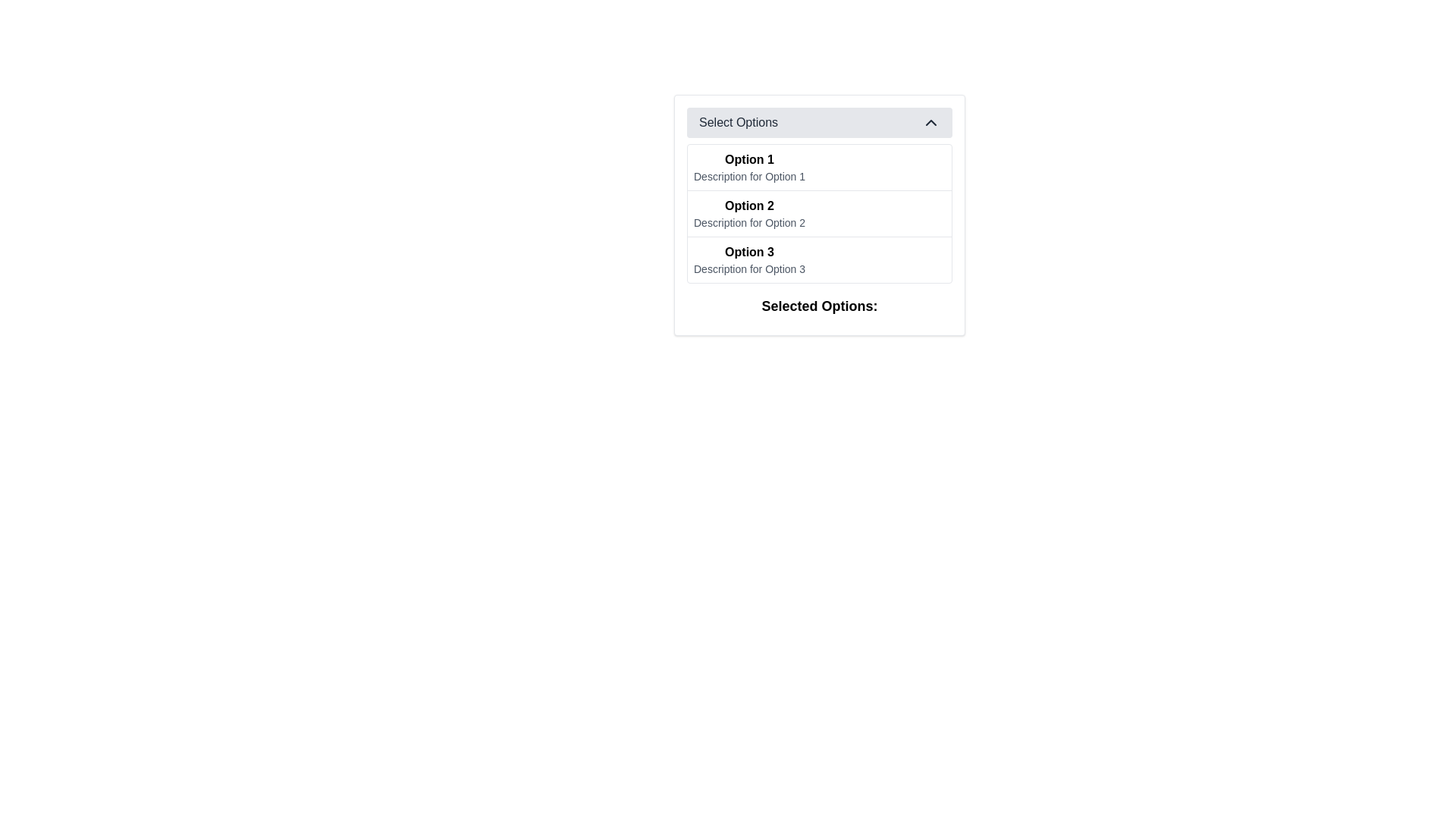  What do you see at coordinates (749, 259) in the screenshot?
I see `description of the list item containing the bold text 'Option 3' and the smaller description 'Description for Option 3' located in a dropdown menu` at bounding box center [749, 259].